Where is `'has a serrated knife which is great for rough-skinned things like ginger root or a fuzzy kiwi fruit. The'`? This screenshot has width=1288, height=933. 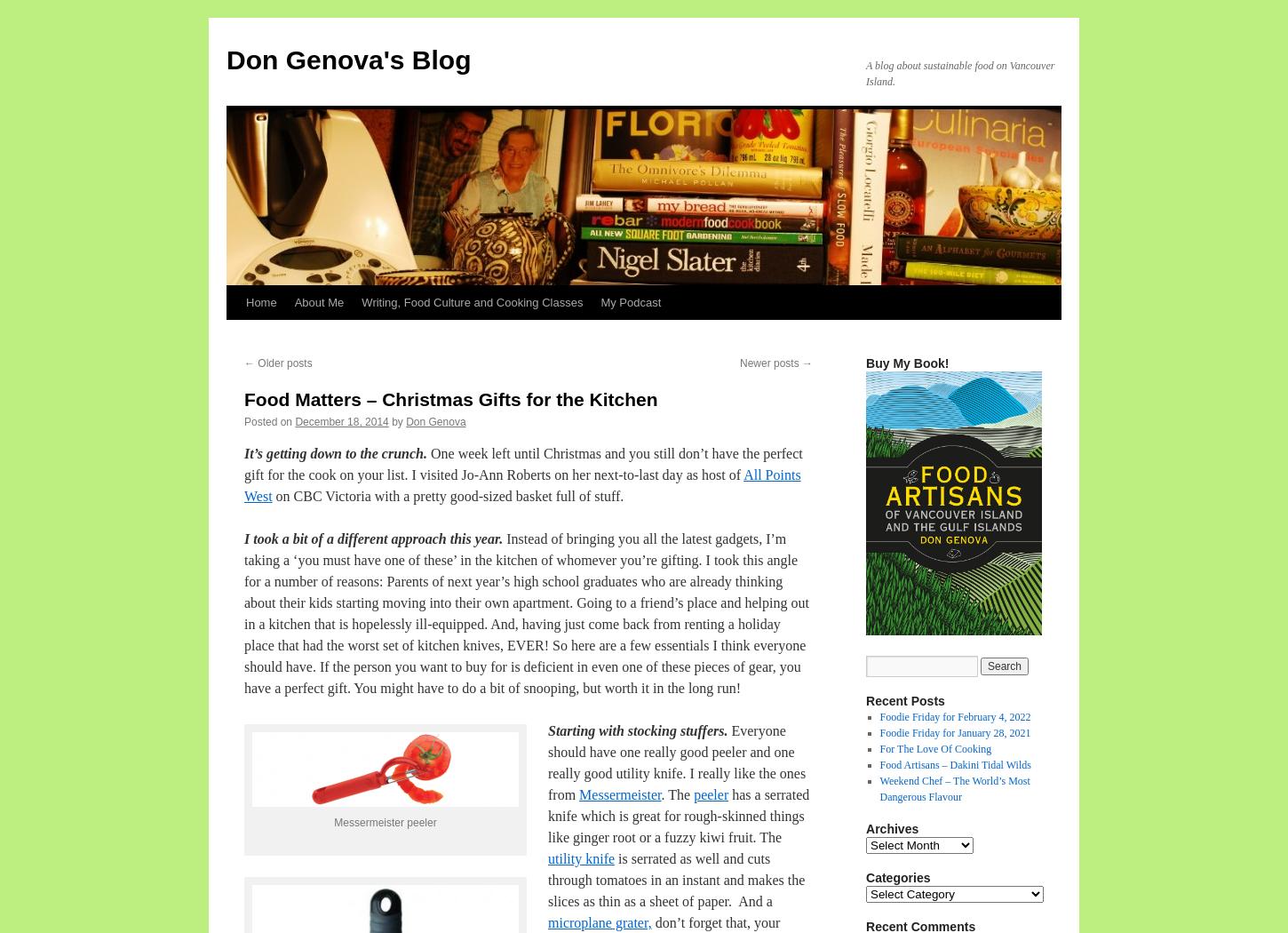 'has a serrated knife which is great for rough-skinned things like ginger root or a fuzzy kiwi fruit. The' is located at coordinates (679, 816).